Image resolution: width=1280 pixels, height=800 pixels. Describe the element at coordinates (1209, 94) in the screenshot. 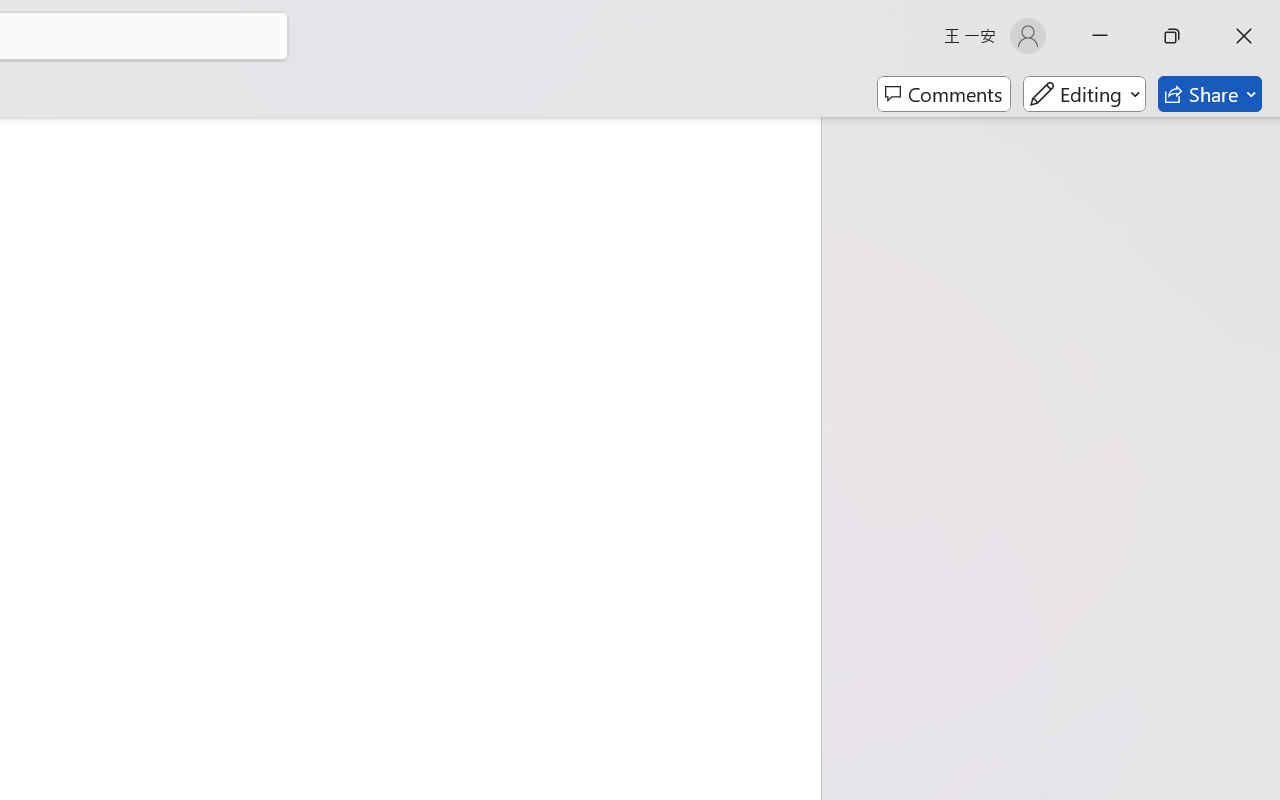

I see `'Share'` at that location.